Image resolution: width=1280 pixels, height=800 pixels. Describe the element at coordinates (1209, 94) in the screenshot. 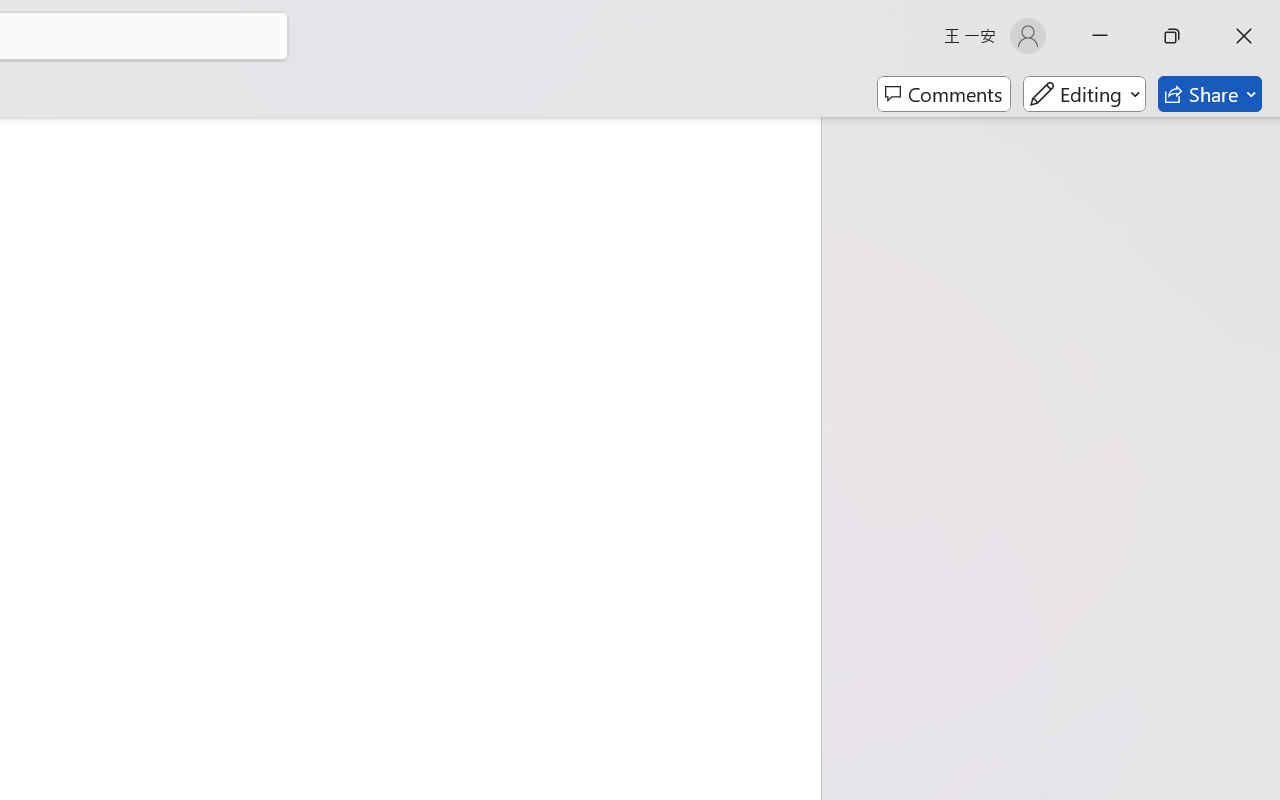

I see `'Share'` at that location.